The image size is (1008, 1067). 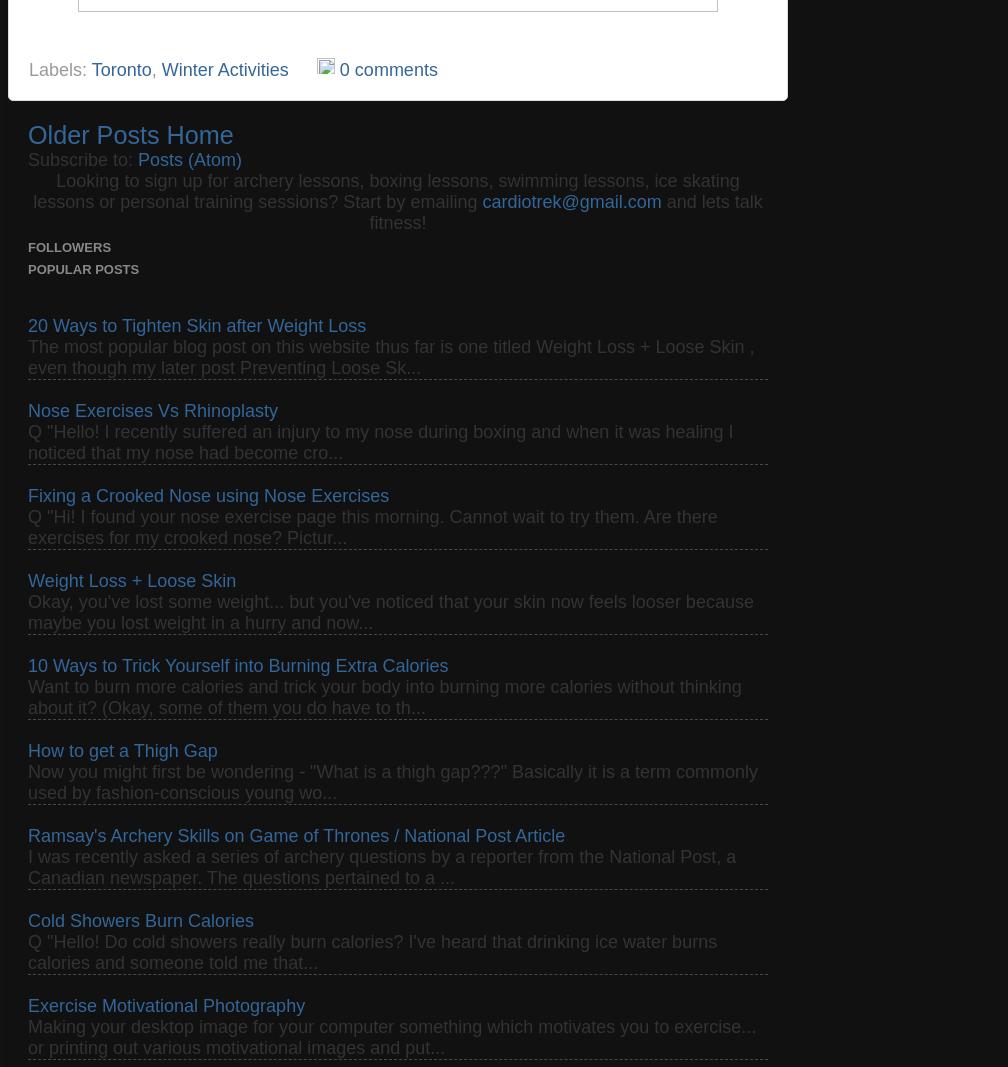 I want to click on 'Posts (Atom)', so click(x=137, y=157).